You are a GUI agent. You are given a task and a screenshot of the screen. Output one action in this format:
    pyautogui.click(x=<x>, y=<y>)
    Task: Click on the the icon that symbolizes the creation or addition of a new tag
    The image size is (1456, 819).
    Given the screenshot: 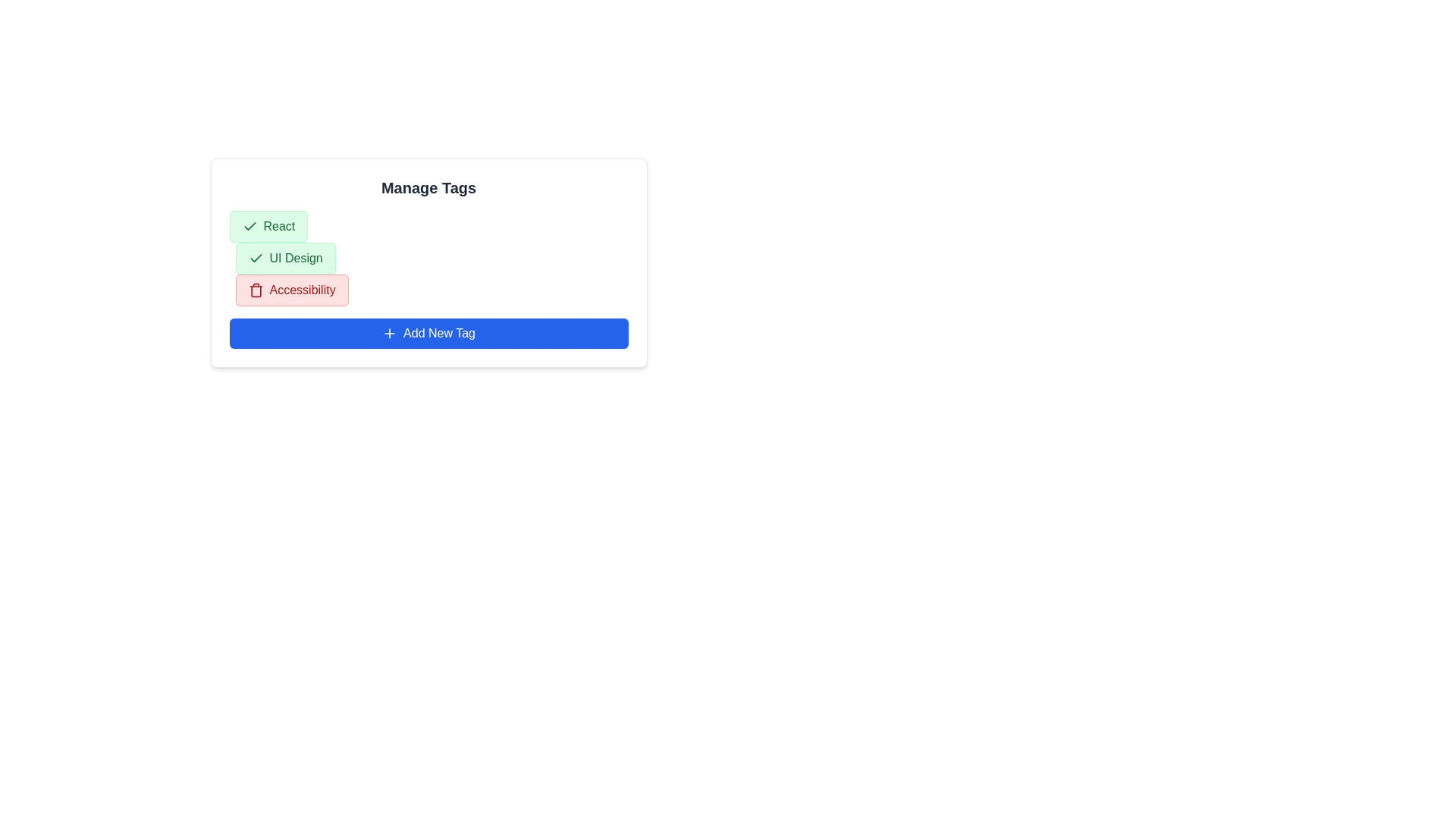 What is the action you would take?
    pyautogui.click(x=389, y=332)
    